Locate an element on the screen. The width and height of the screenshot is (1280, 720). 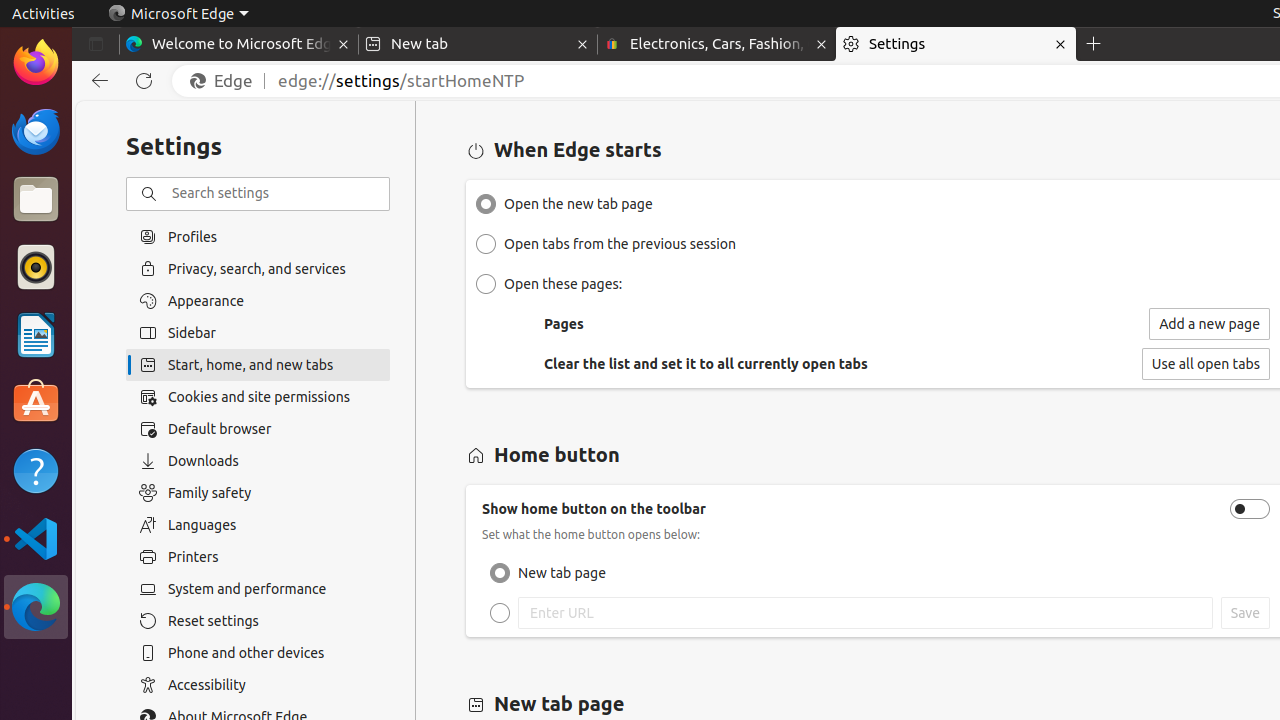
'Help' is located at coordinates (35, 471).